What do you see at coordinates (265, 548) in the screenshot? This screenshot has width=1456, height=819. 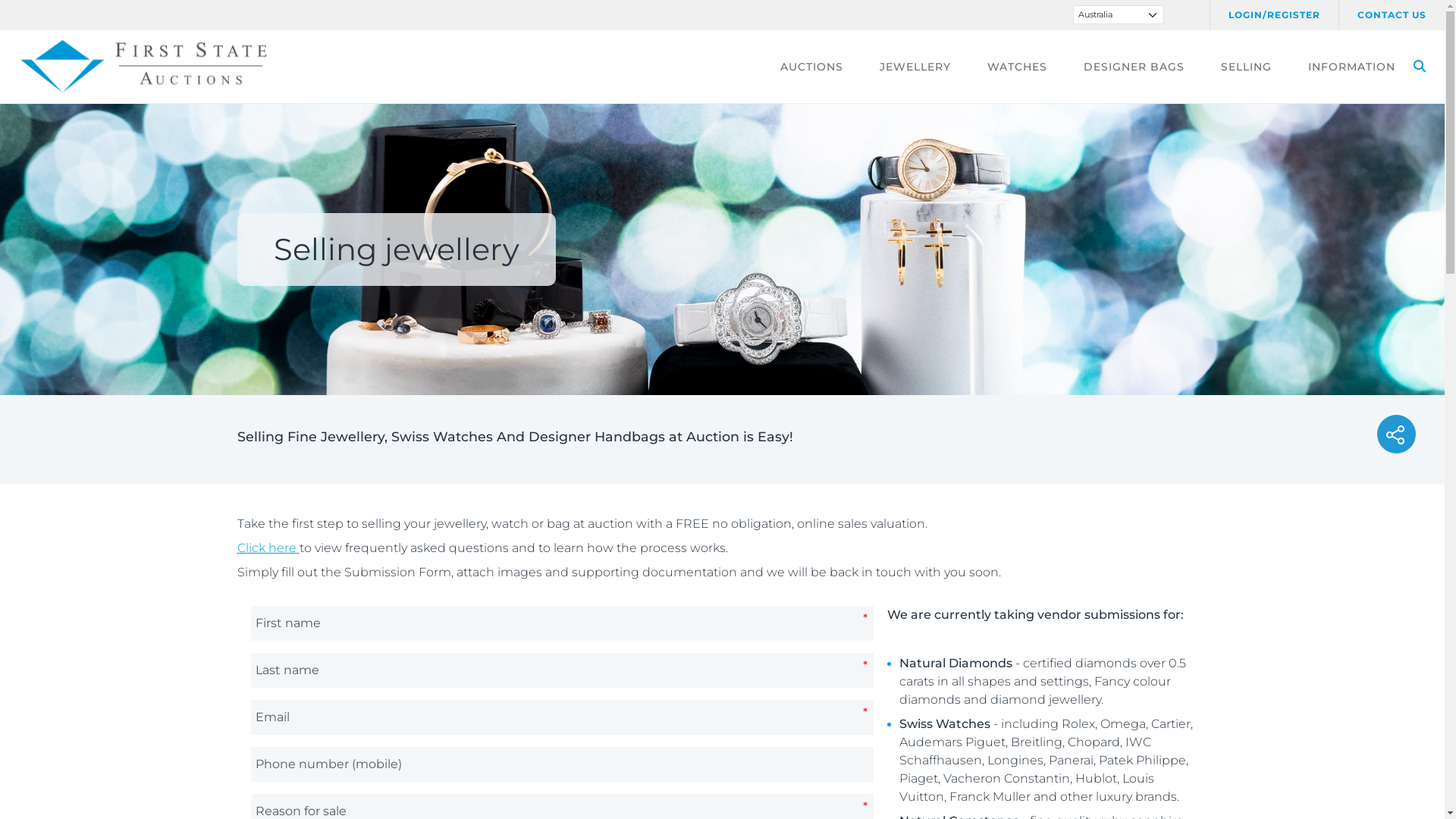 I see `'Click here'` at bounding box center [265, 548].